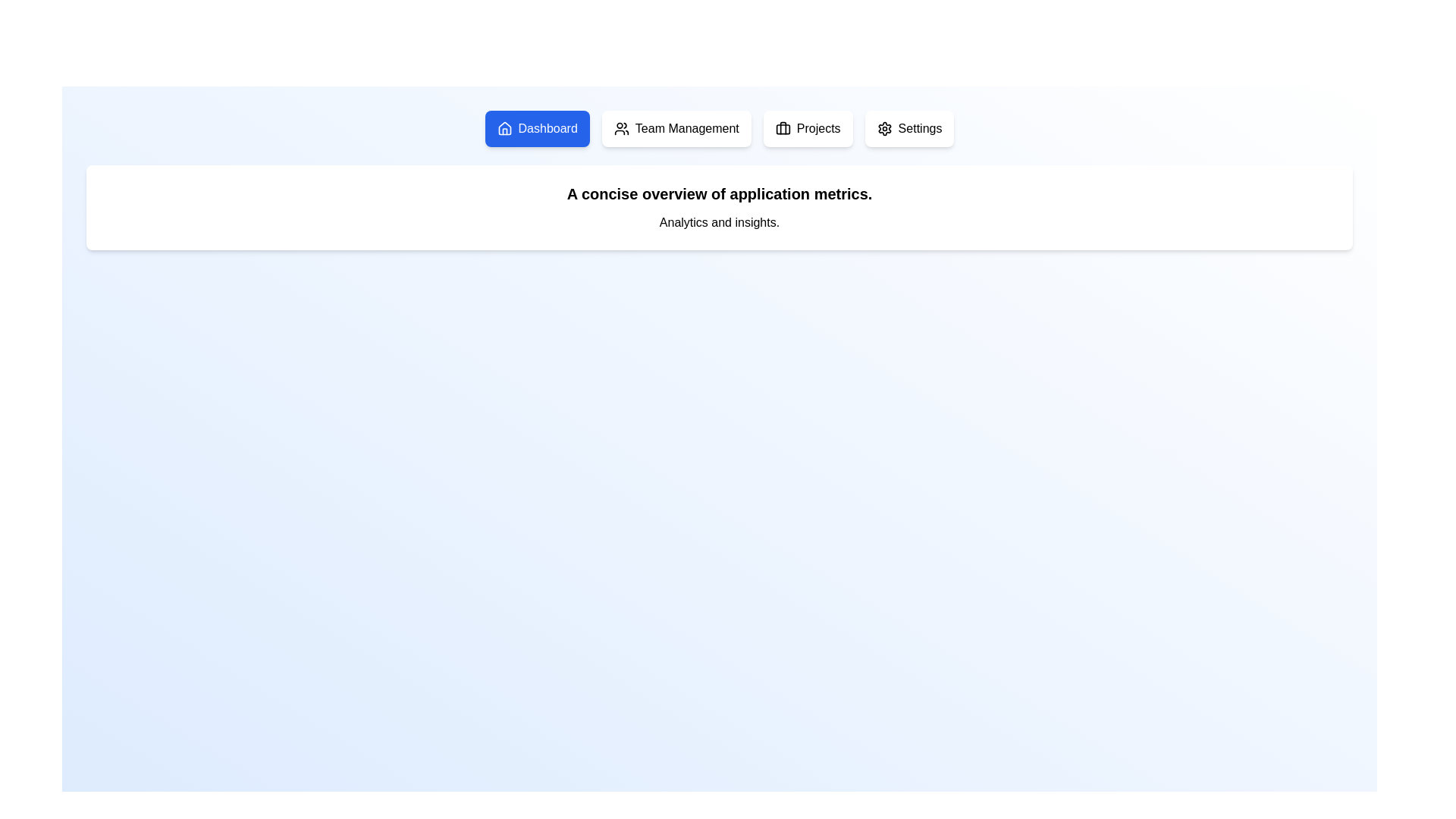 The width and height of the screenshot is (1456, 819). What do you see at coordinates (807, 127) in the screenshot?
I see `the navigational button for 'Projects'` at bounding box center [807, 127].